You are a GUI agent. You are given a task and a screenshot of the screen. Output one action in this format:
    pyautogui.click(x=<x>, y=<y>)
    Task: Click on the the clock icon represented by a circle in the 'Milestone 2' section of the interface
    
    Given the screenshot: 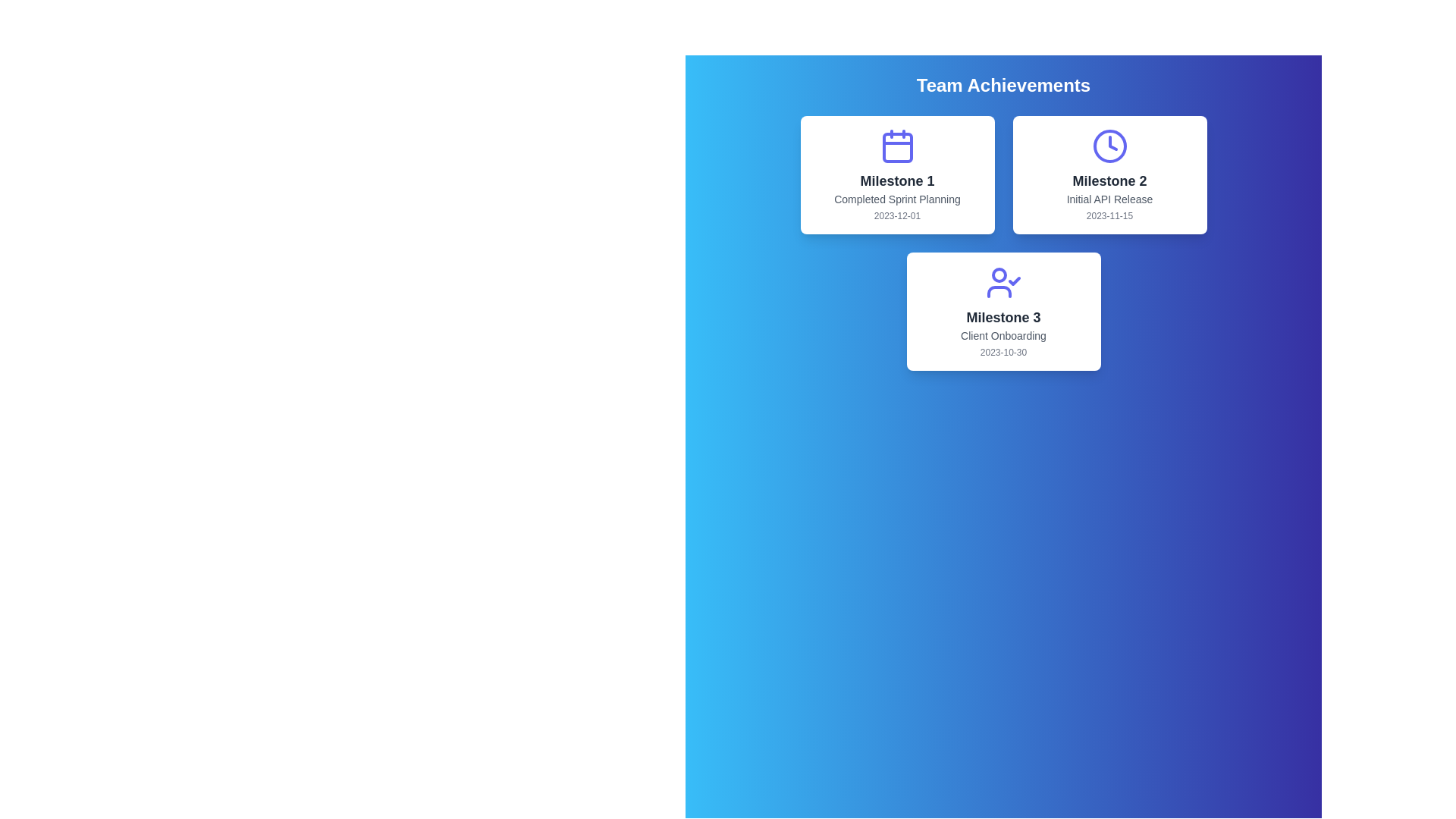 What is the action you would take?
    pyautogui.click(x=1109, y=146)
    